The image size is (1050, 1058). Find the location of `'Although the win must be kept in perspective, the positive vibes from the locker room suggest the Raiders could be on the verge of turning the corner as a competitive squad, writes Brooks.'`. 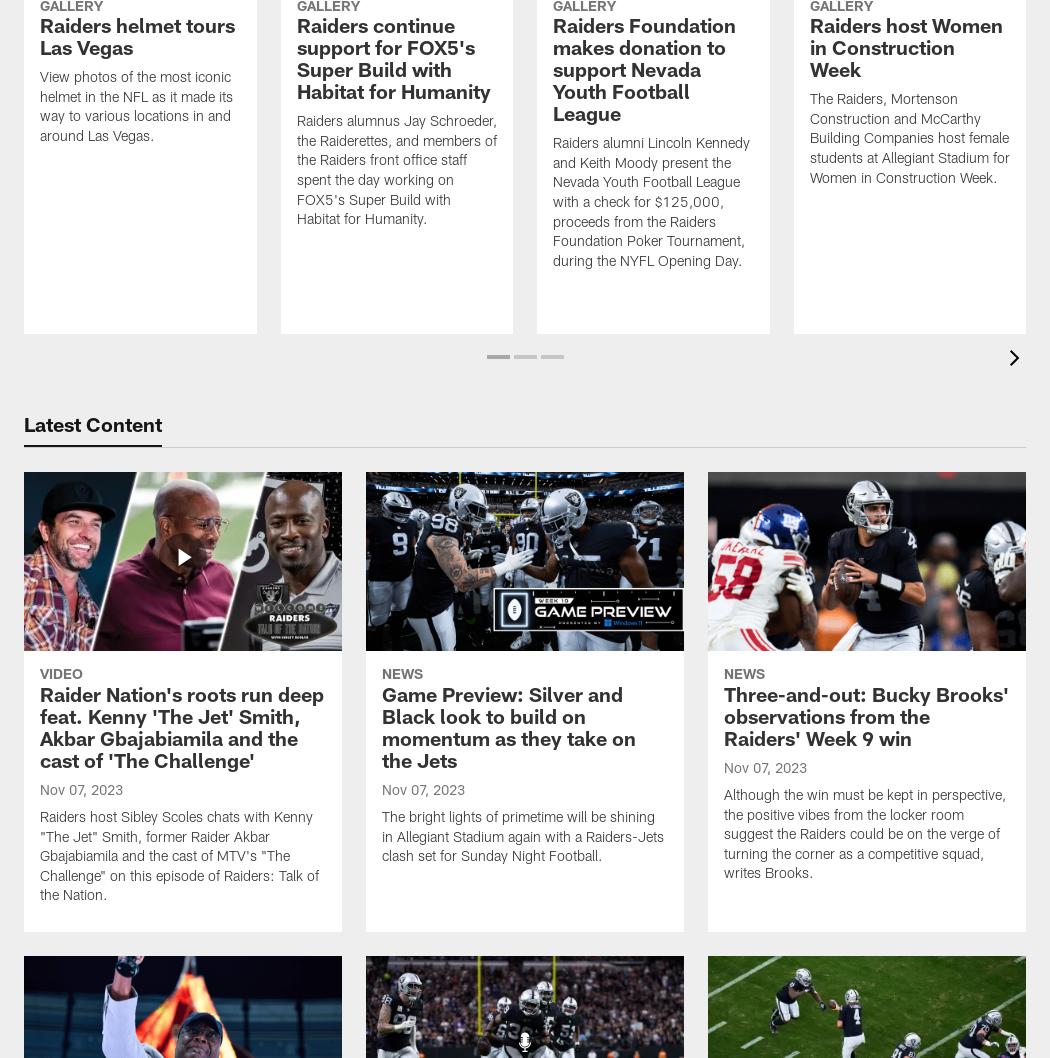

'Although the win must be kept in perspective, the positive vibes from the locker room suggest the Raiders could be on the verge of turning the corner as a competitive squad, writes Brooks.' is located at coordinates (863, 835).